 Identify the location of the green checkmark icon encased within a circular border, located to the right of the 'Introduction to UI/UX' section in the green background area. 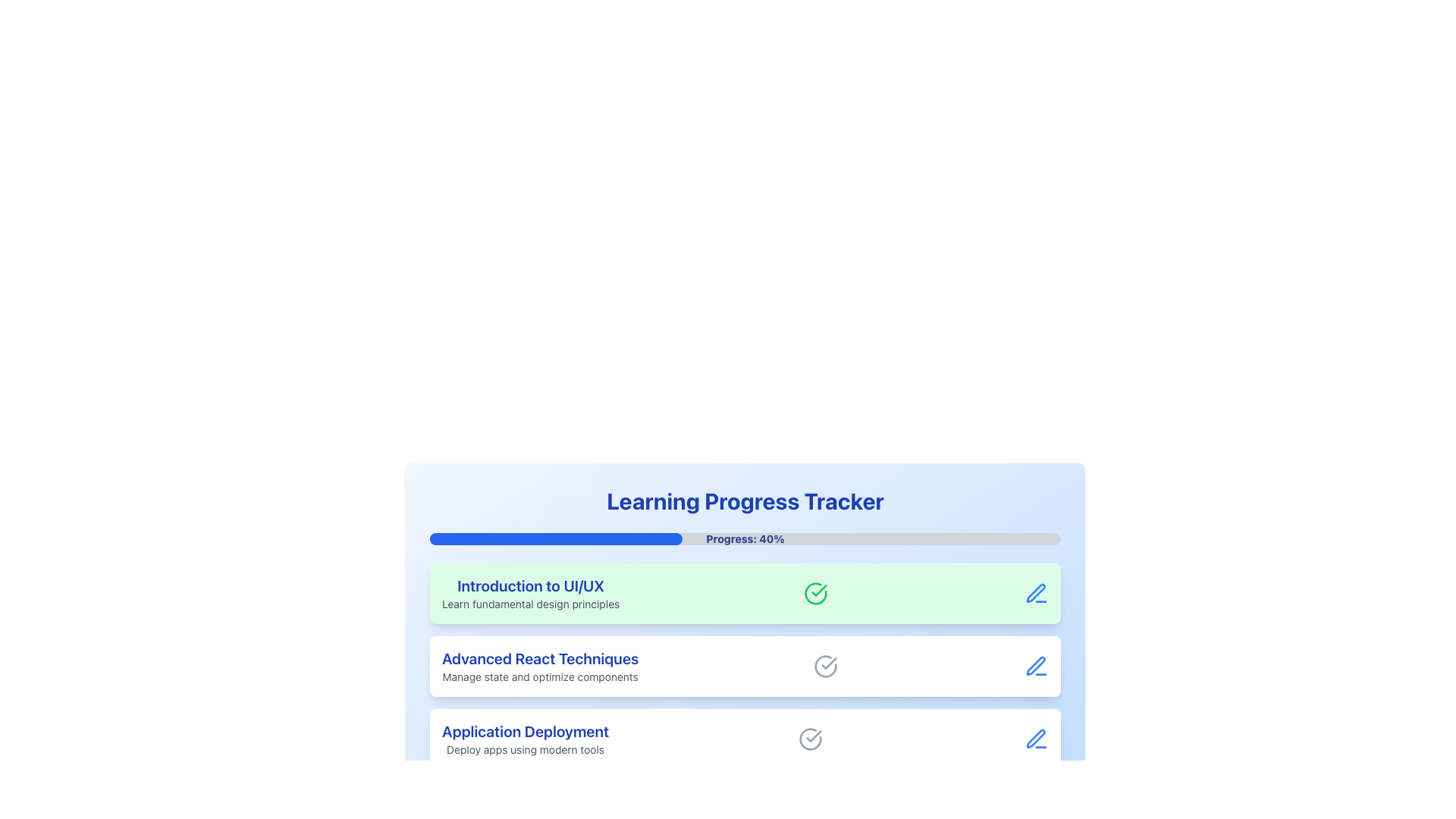
(815, 593).